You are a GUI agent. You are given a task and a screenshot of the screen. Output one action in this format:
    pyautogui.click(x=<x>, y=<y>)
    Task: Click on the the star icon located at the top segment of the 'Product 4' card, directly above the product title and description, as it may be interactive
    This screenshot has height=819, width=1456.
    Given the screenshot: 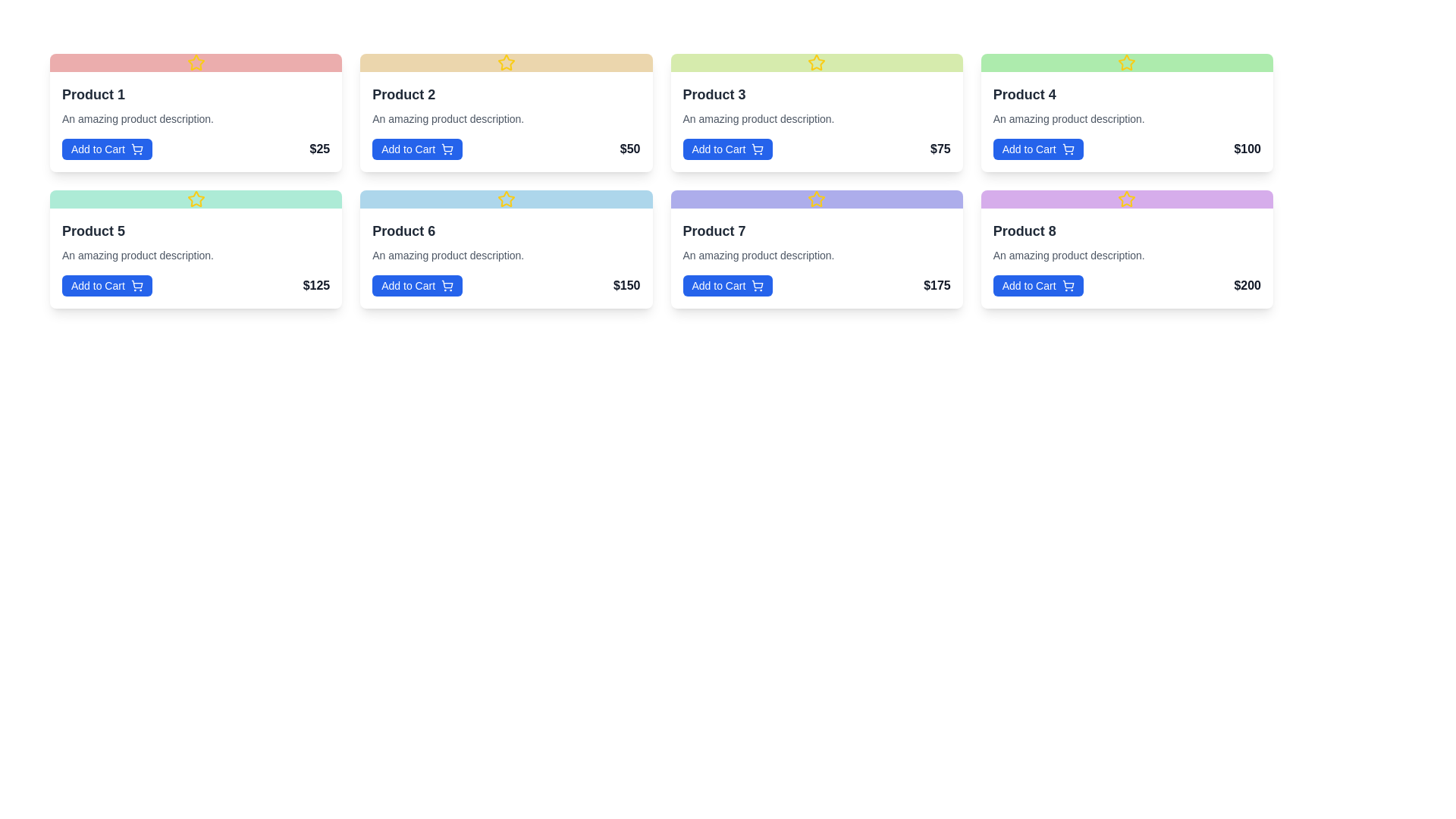 What is the action you would take?
    pyautogui.click(x=1127, y=62)
    